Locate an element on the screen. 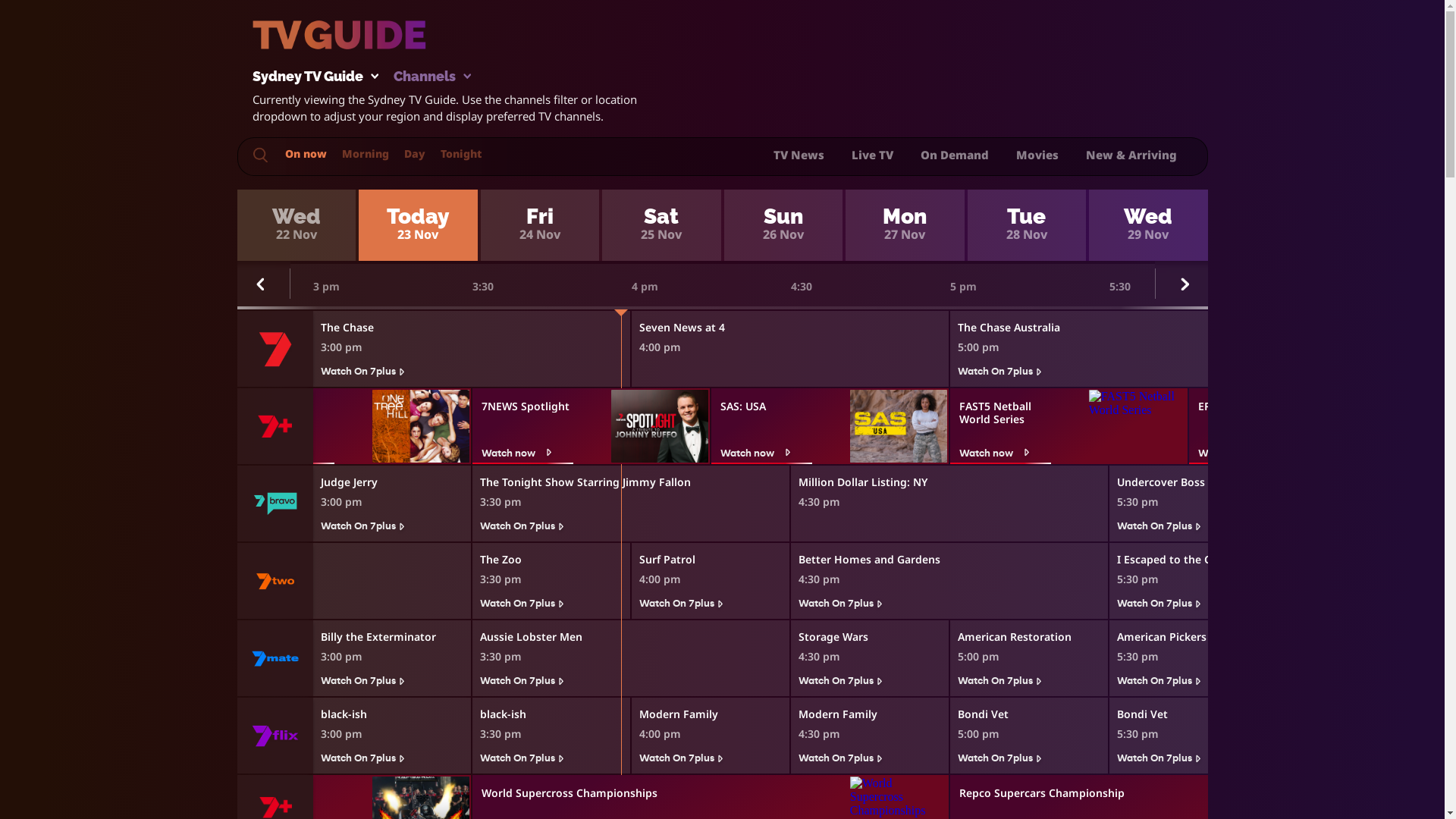 The image size is (1456, 819). 'Movies' is located at coordinates (1037, 155).